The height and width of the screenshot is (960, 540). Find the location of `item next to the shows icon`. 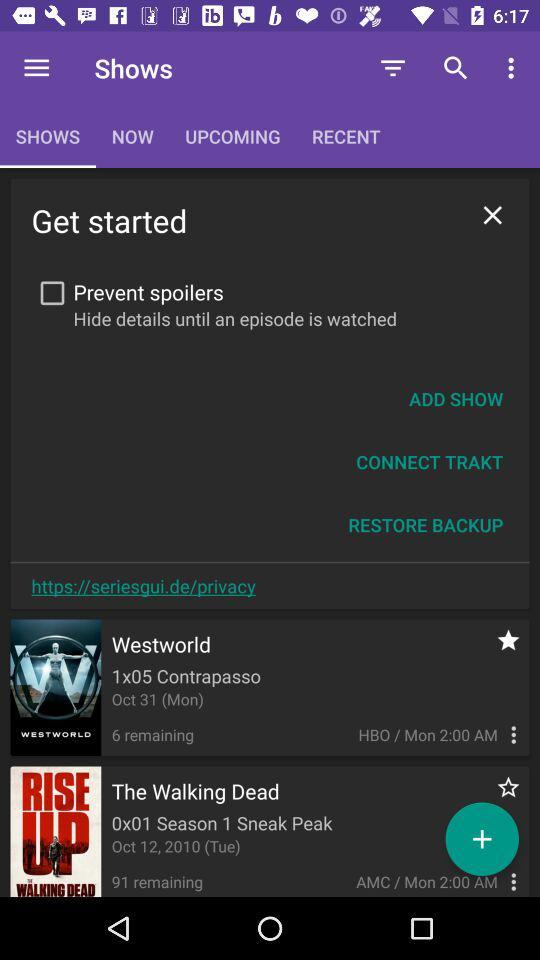

item next to the shows icon is located at coordinates (36, 68).